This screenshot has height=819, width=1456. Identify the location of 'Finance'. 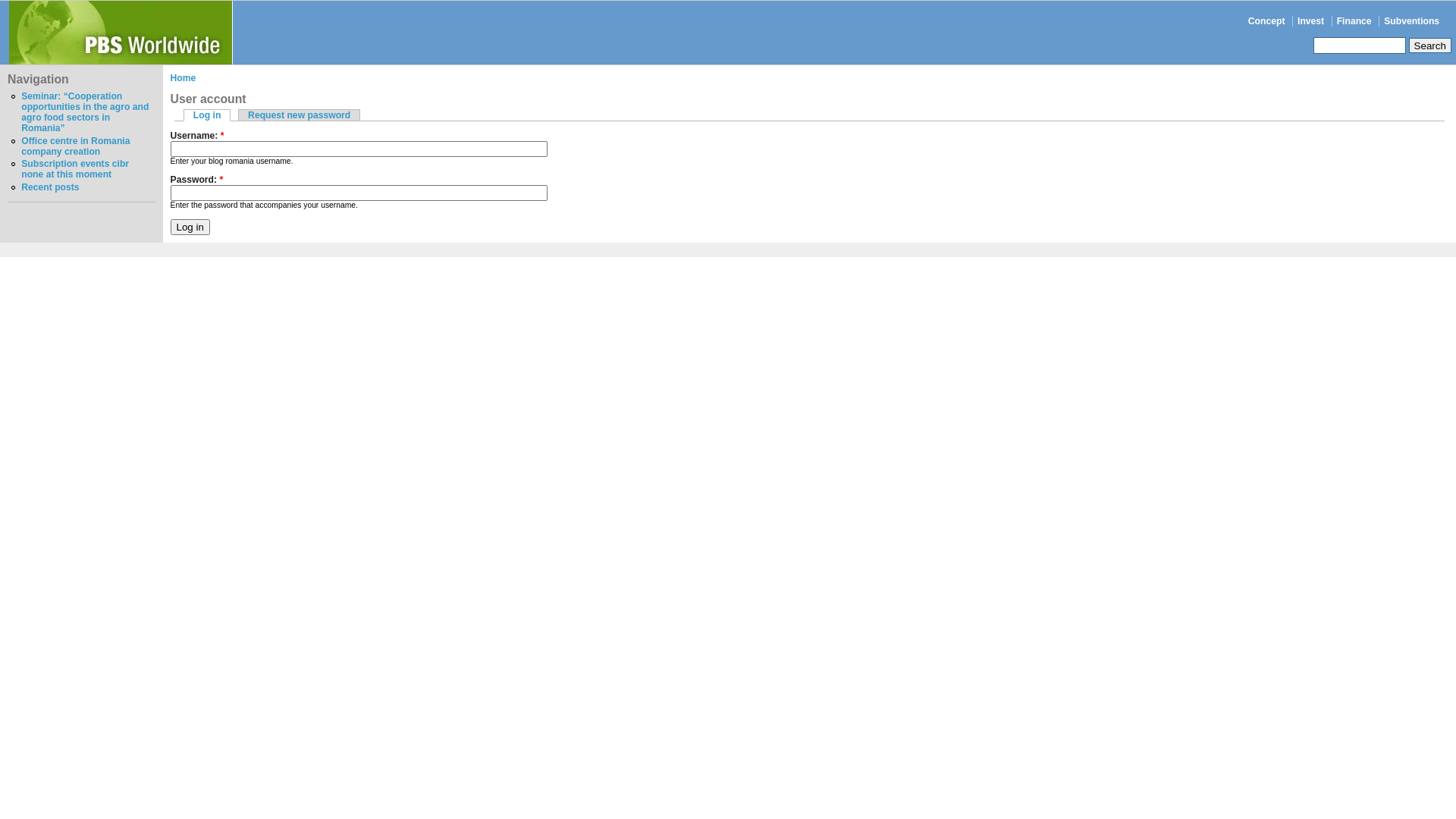
(1354, 20).